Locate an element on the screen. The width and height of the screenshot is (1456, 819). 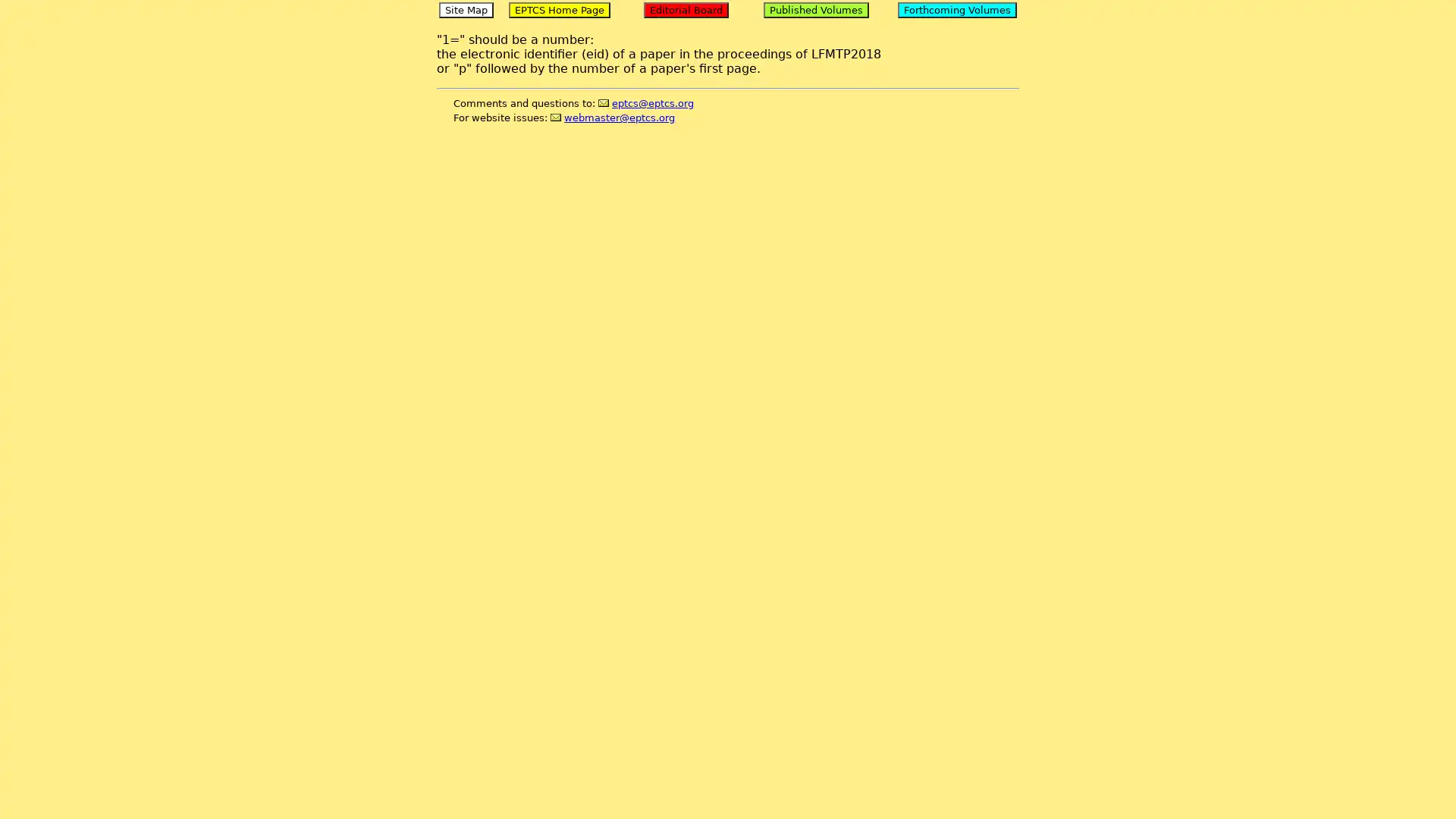
Published Volumes is located at coordinates (815, 10).